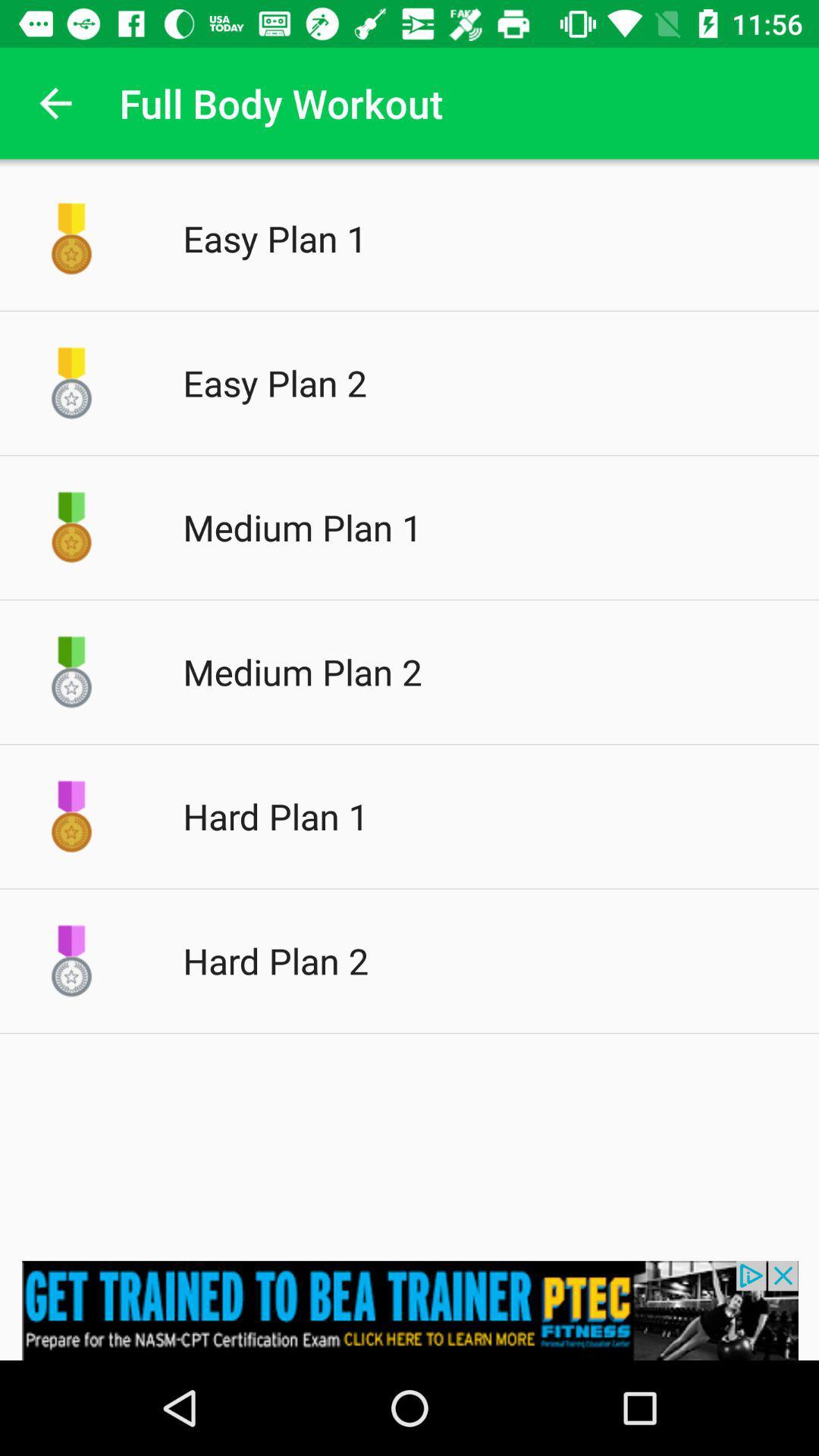 This screenshot has width=819, height=1456. What do you see at coordinates (71, 960) in the screenshot?
I see `icon on the left side of hard plan 2` at bounding box center [71, 960].